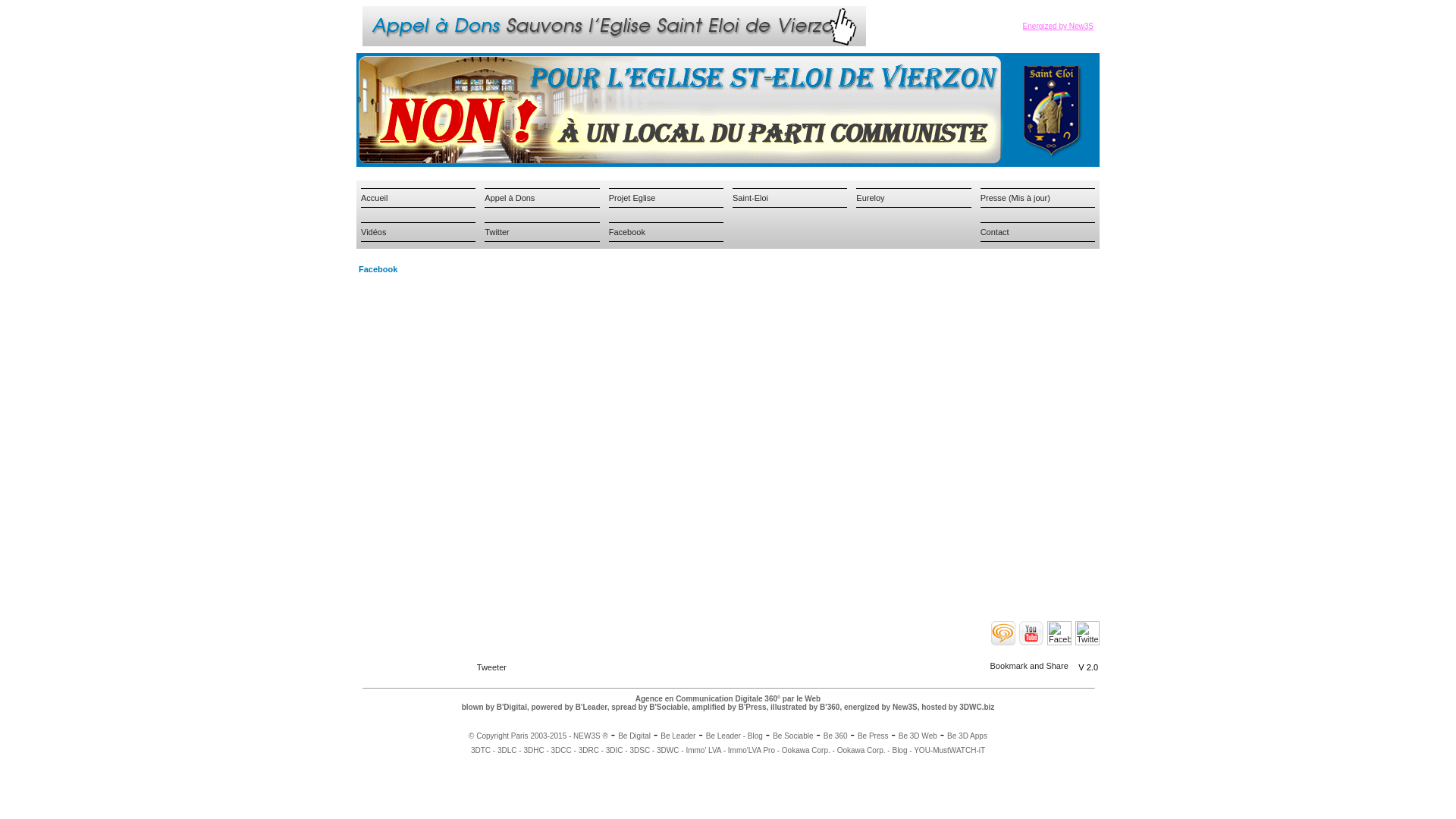 The height and width of the screenshot is (819, 1456). What do you see at coordinates (994, 231) in the screenshot?
I see `'Contact'` at bounding box center [994, 231].